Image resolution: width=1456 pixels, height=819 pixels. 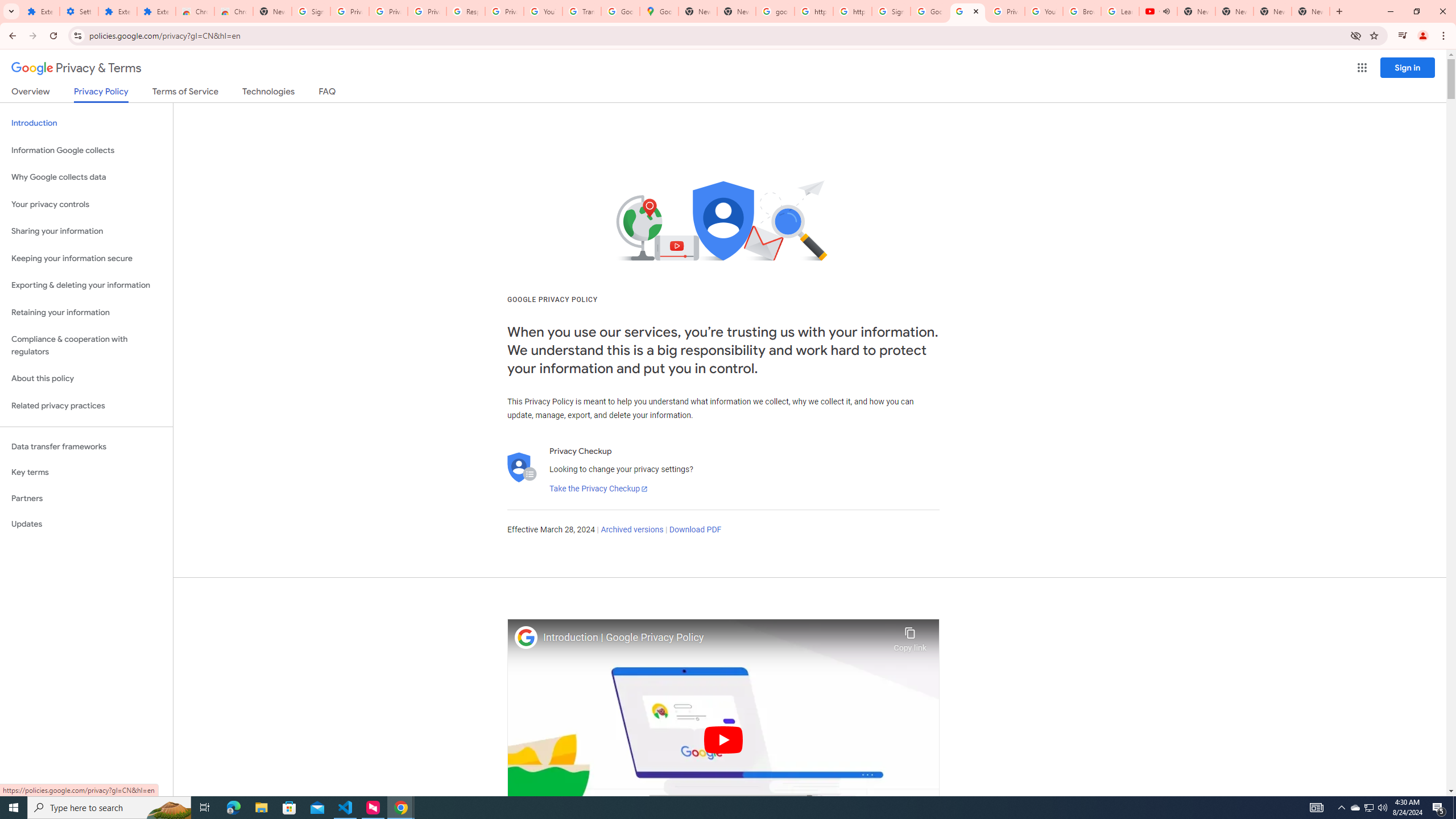 I want to click on 'New Tab', so click(x=1310, y=11).